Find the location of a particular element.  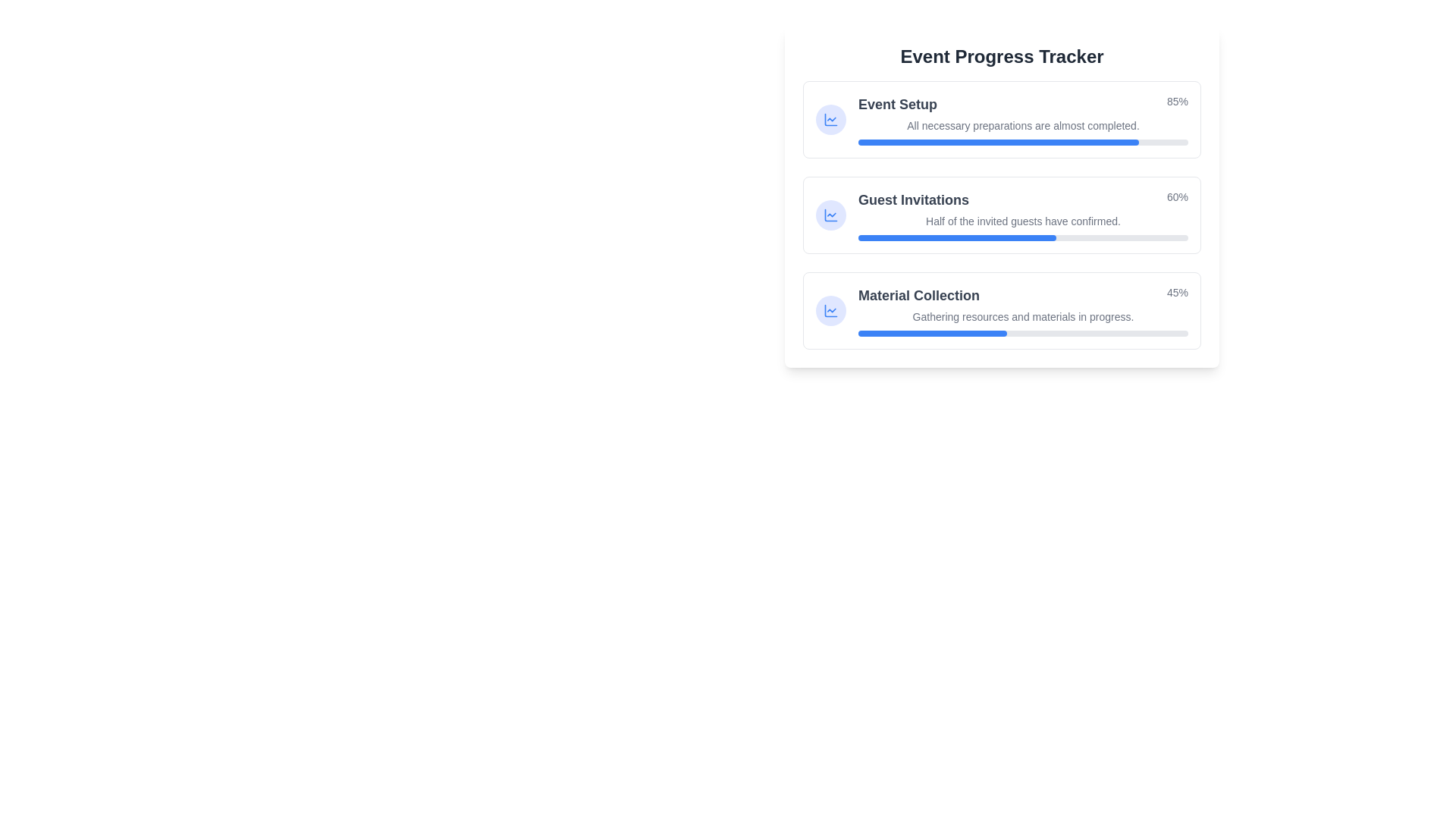

contents of the Header text that indicates the progress tracking of an event, positioned at the top of the section is located at coordinates (1002, 55).